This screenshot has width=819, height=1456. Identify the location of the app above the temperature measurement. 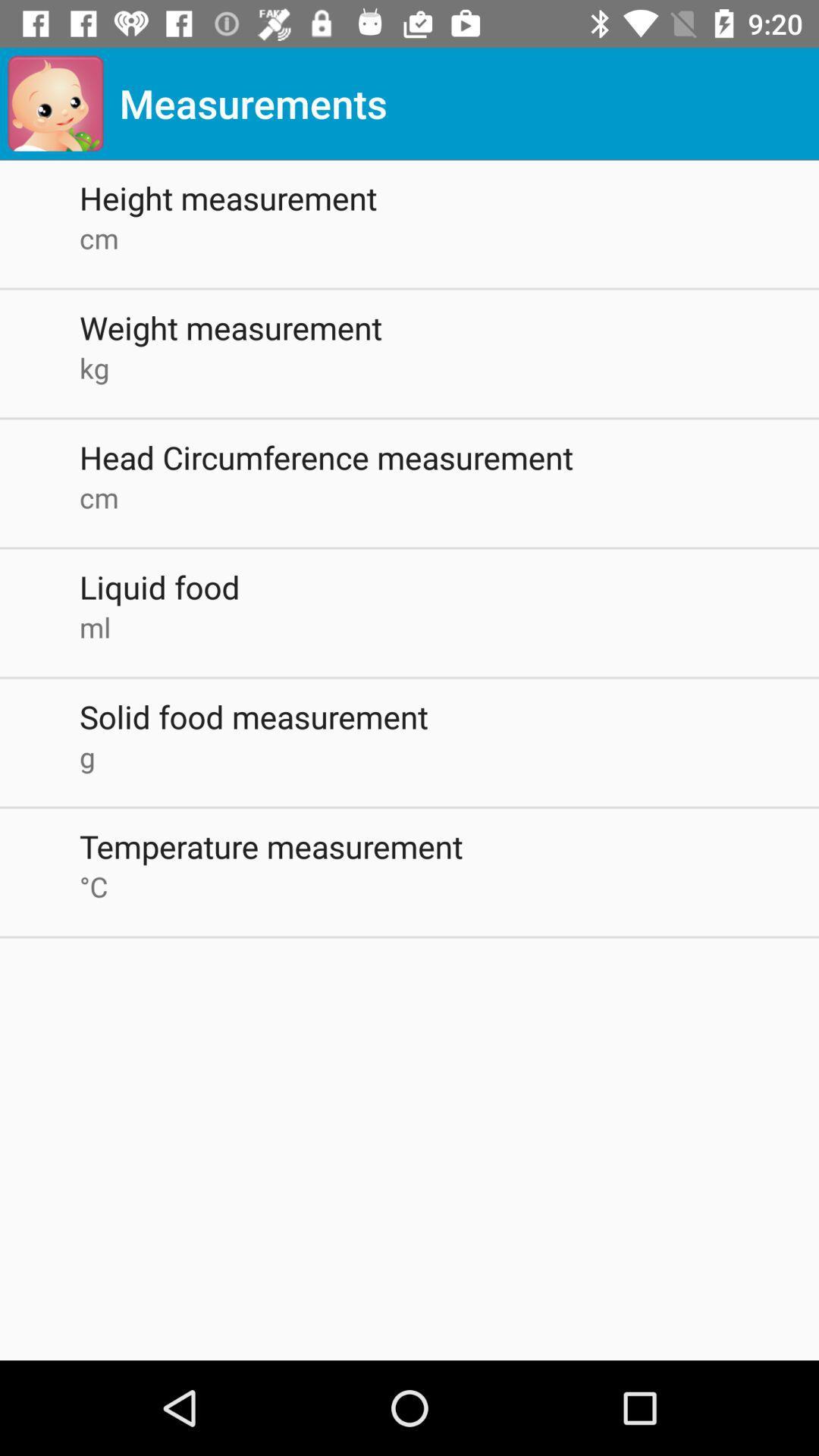
(448, 757).